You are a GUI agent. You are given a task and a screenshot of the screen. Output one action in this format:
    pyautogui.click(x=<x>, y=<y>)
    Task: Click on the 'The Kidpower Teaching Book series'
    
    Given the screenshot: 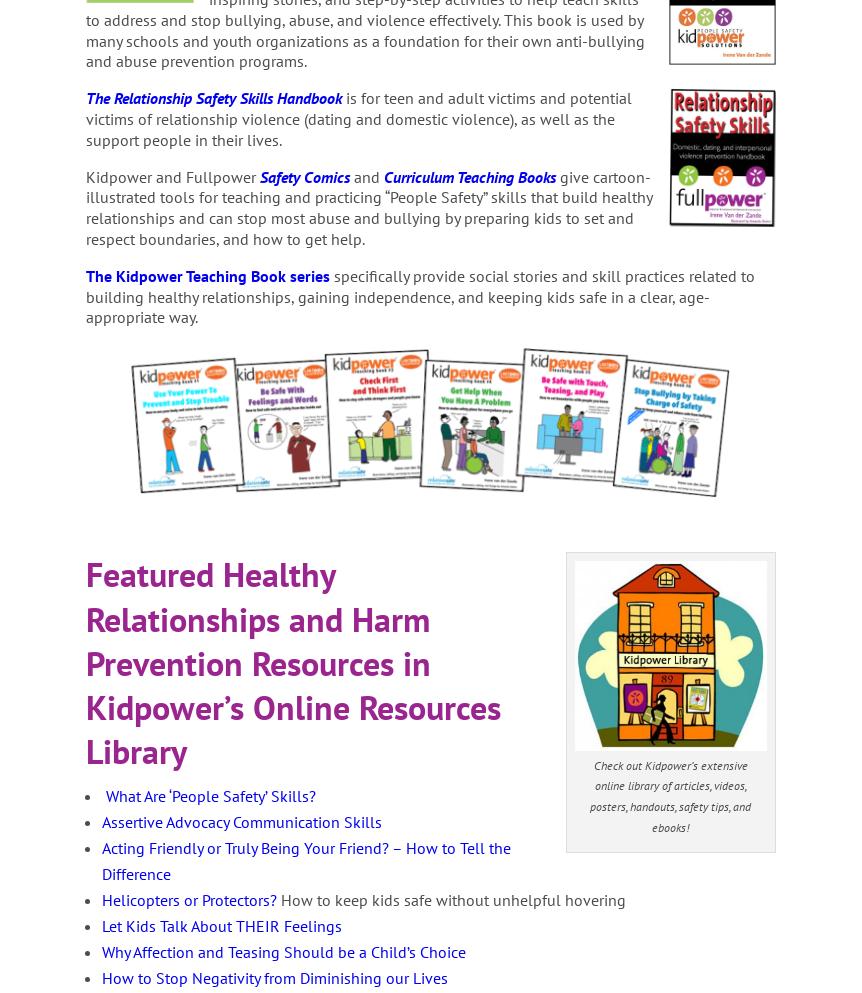 What is the action you would take?
    pyautogui.click(x=208, y=274)
    